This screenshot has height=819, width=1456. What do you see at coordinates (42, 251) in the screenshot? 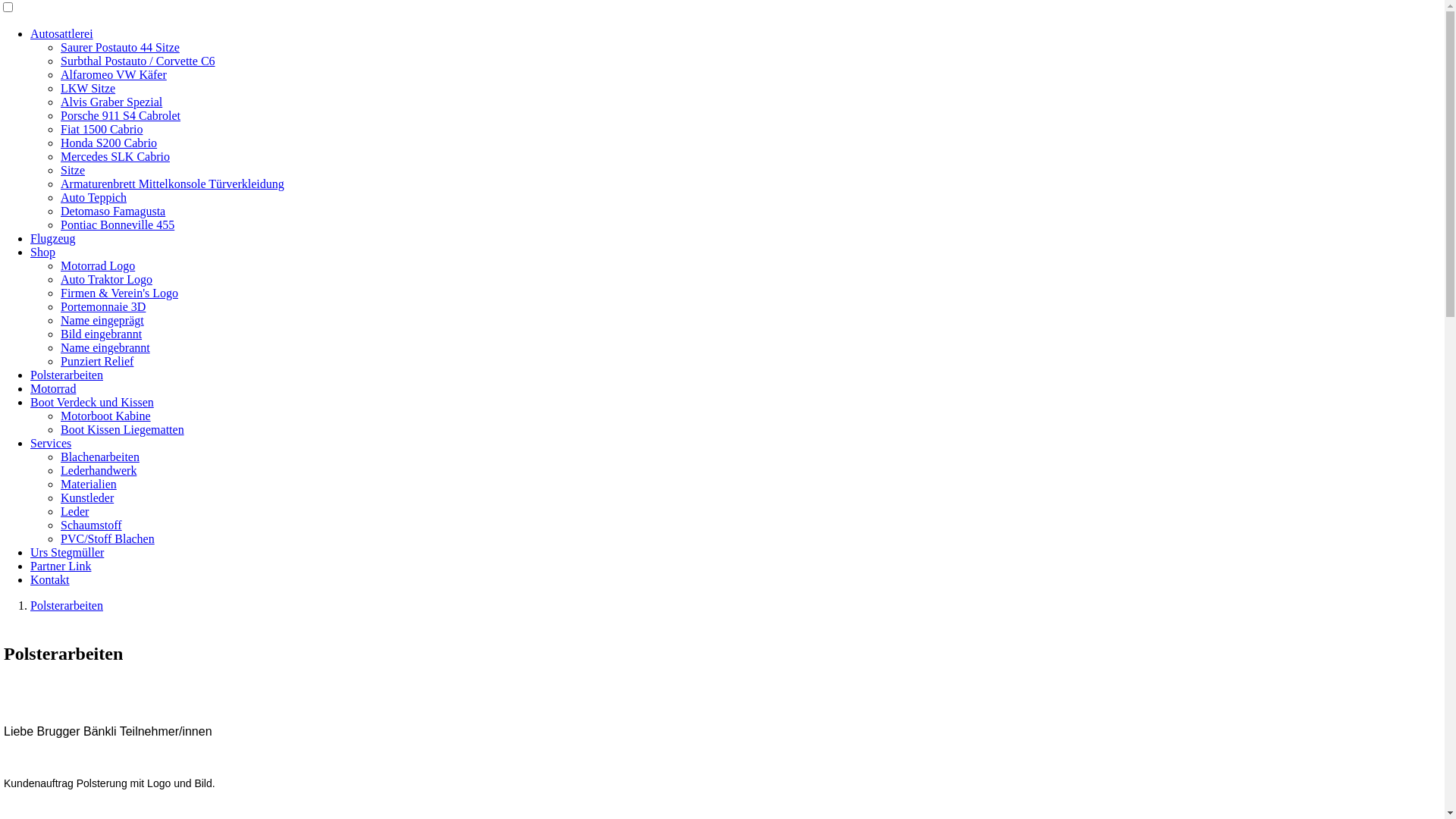
I see `'Shop'` at bounding box center [42, 251].